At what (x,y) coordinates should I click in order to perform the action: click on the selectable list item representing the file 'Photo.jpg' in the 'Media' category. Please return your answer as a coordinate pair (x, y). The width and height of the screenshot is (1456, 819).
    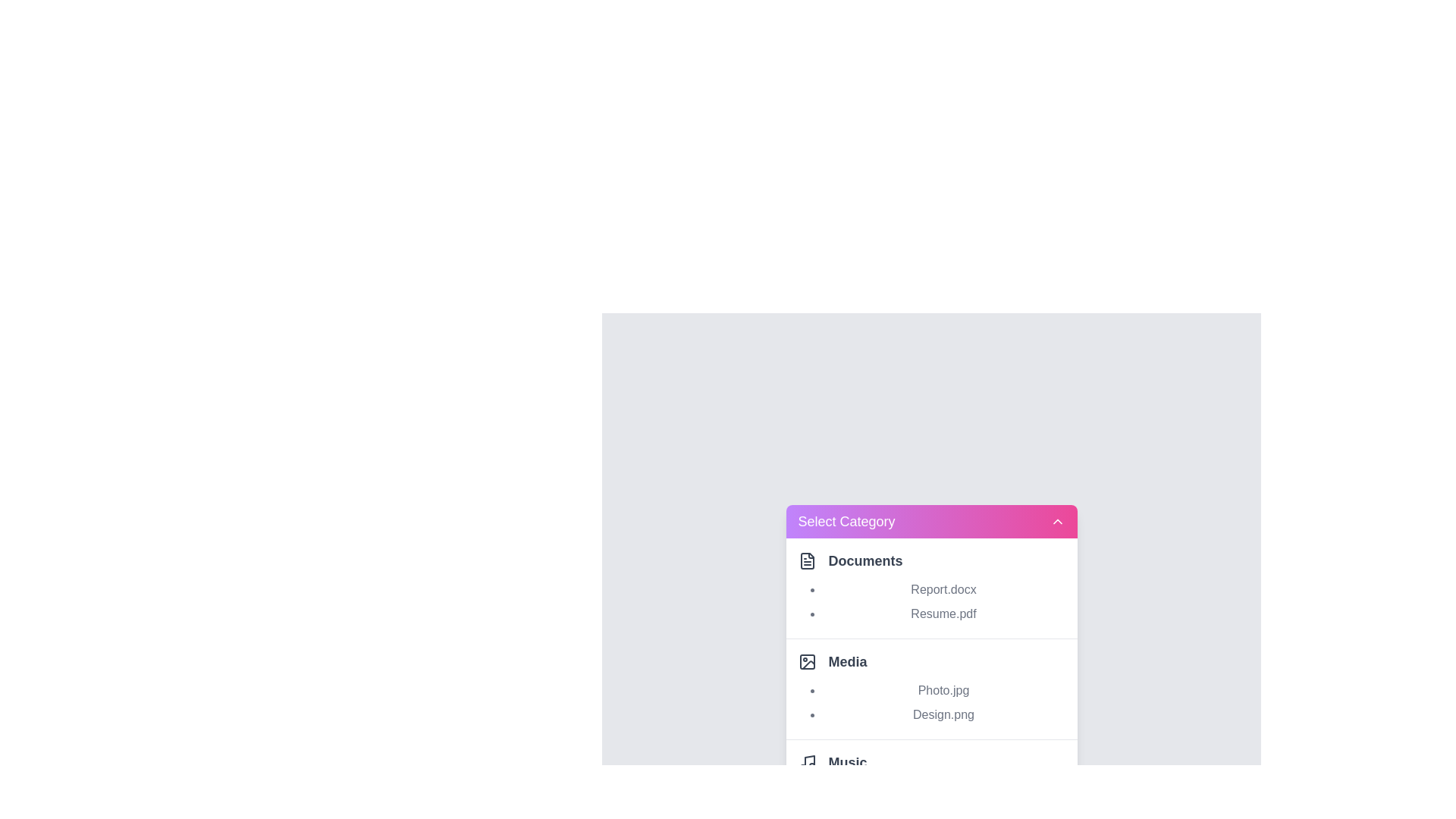
    Looking at the image, I should click on (943, 690).